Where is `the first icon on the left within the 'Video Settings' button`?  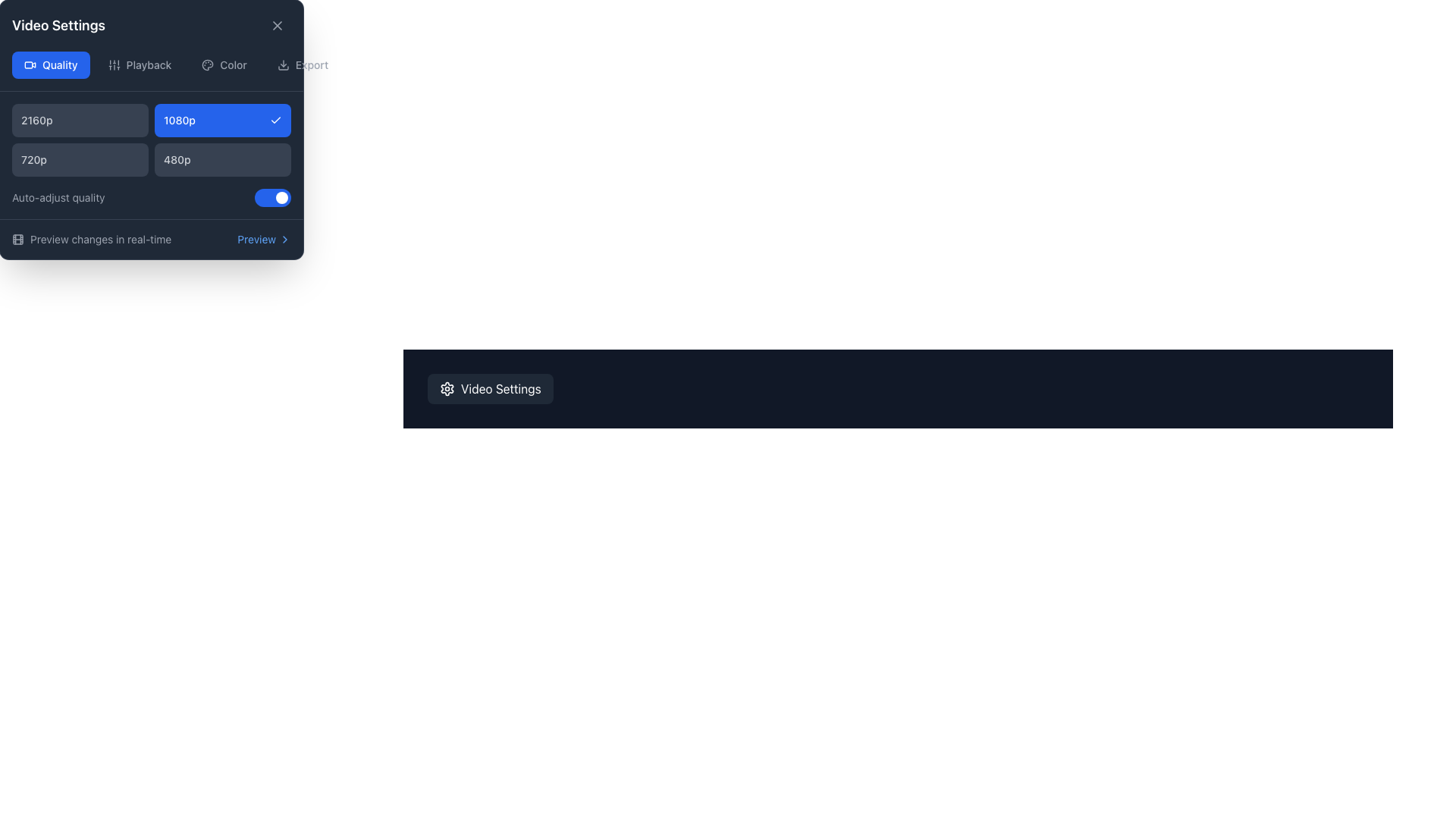
the first icon on the left within the 'Video Settings' button is located at coordinates (447, 388).